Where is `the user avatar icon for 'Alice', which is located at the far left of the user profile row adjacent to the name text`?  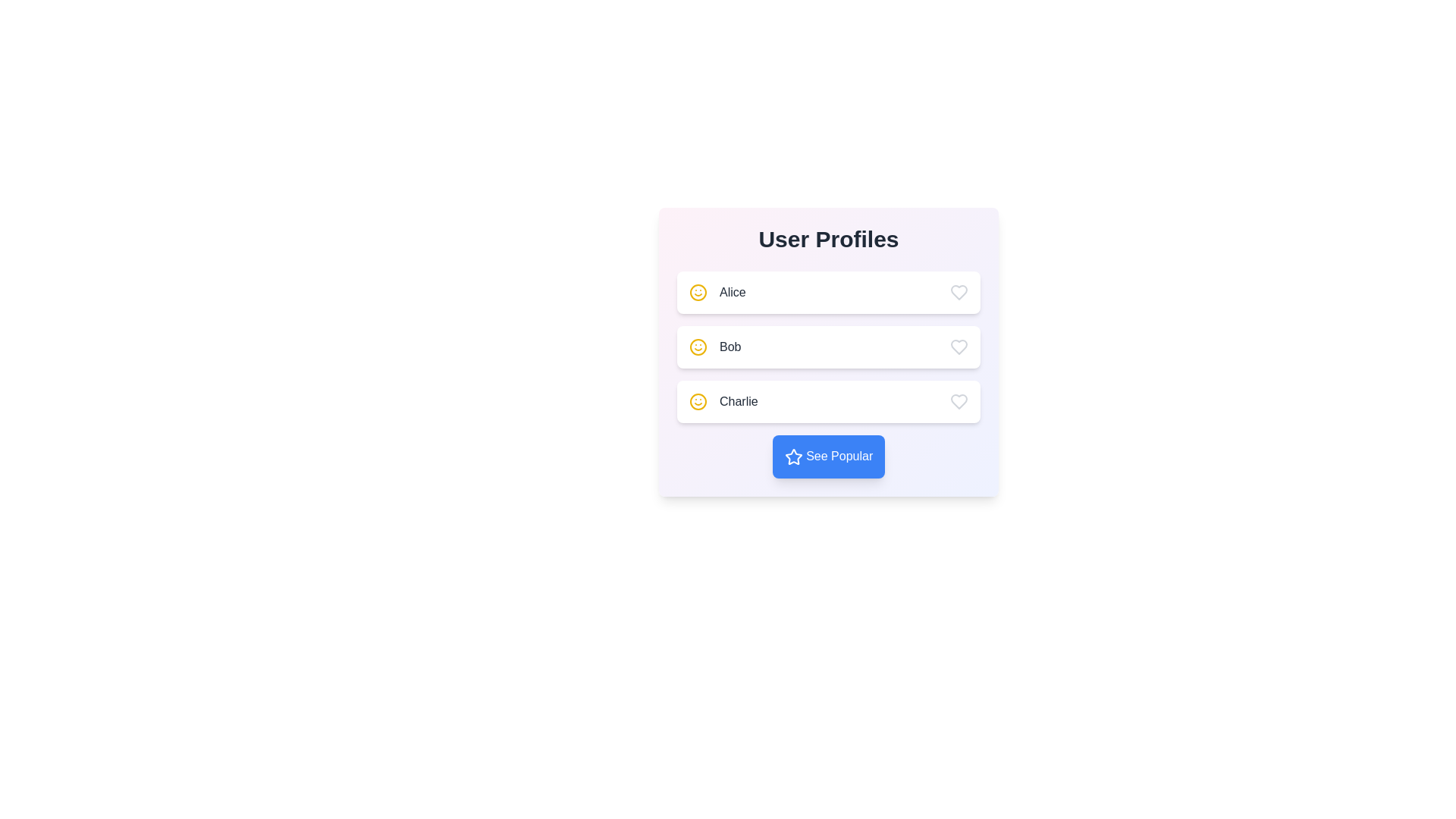 the user avatar icon for 'Alice', which is located at the far left of the user profile row adjacent to the name text is located at coordinates (698, 292).